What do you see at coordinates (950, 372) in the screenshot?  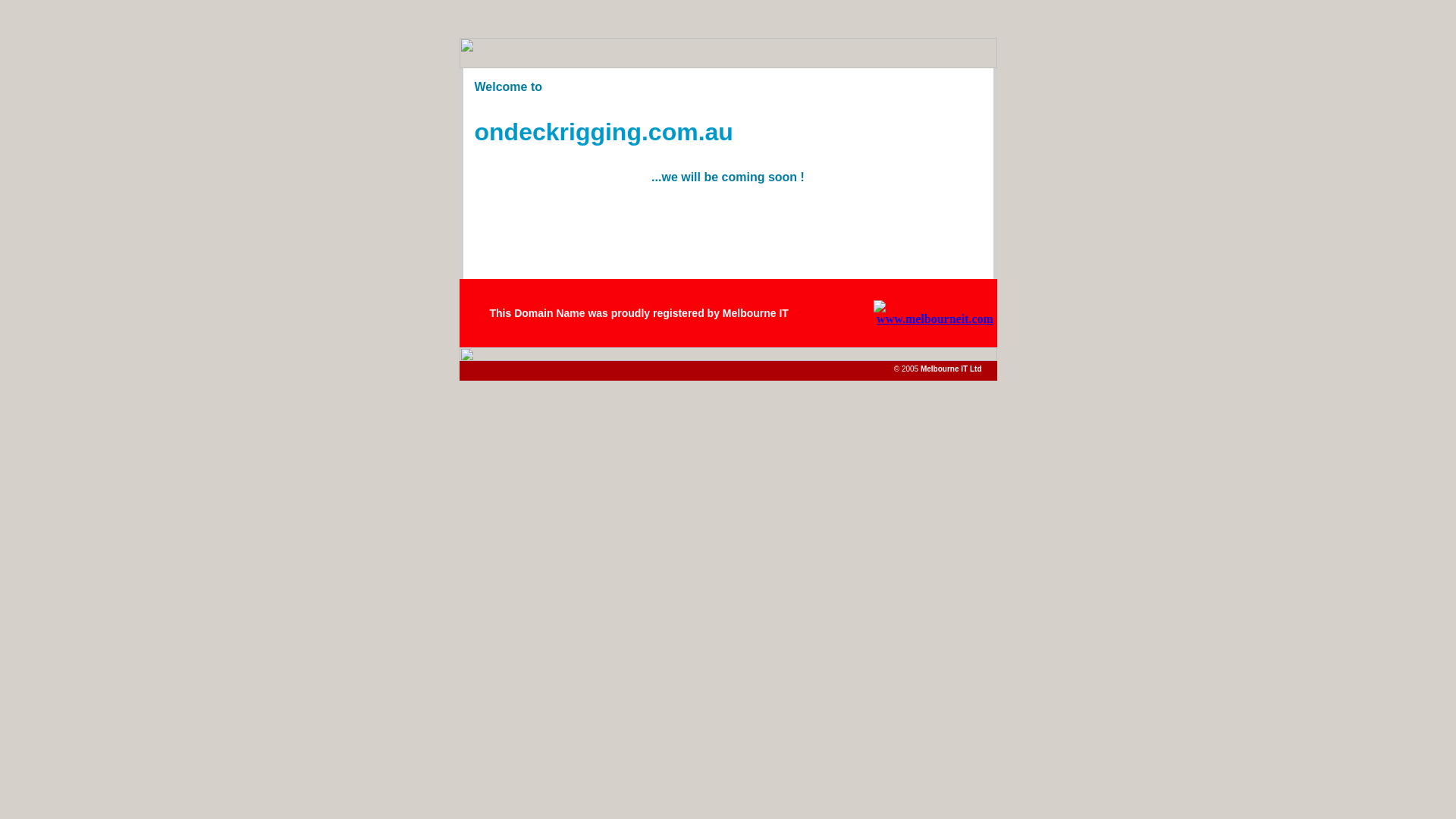 I see `'Melbourne IT Ltd'` at bounding box center [950, 372].